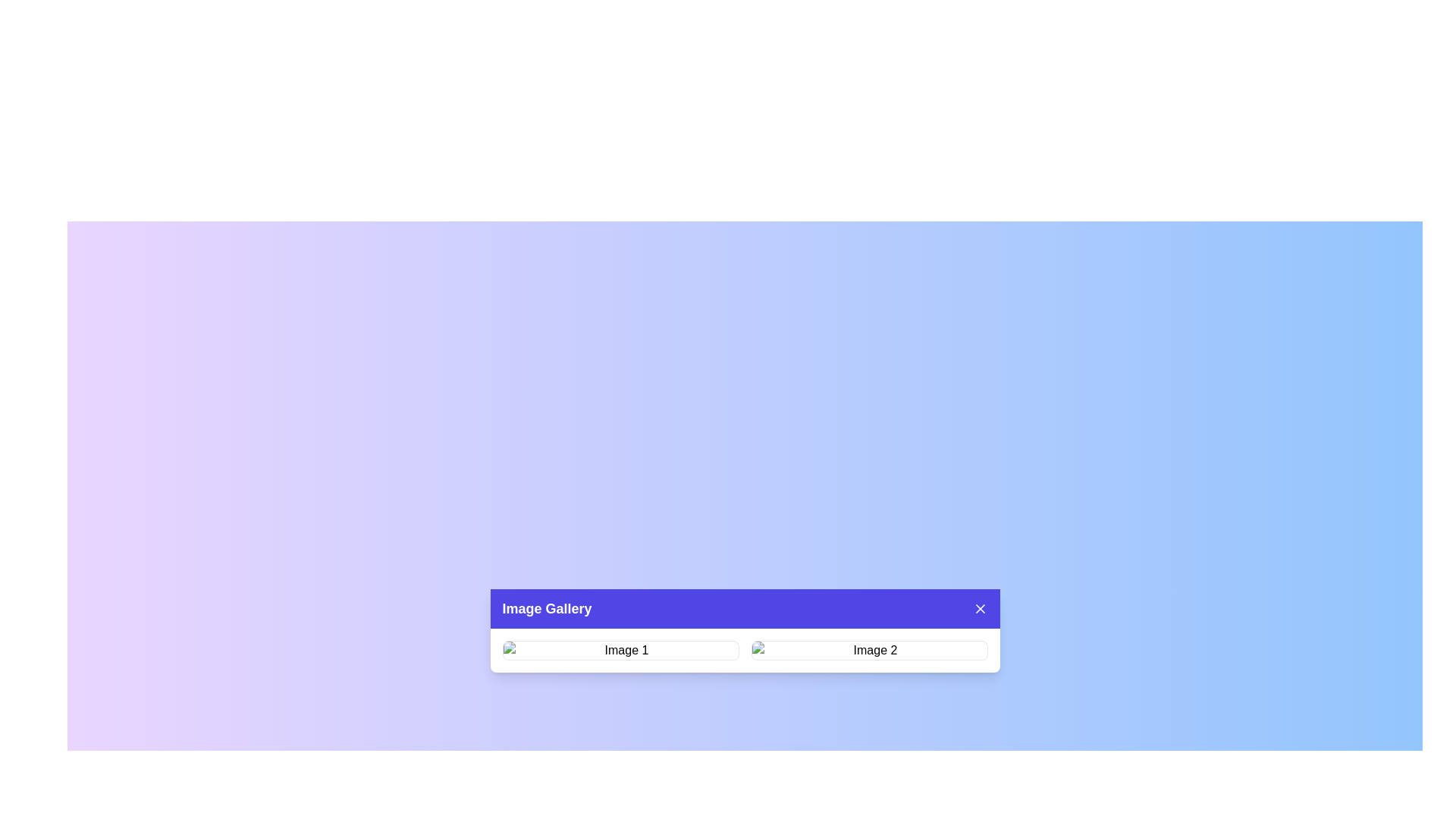 The height and width of the screenshot is (819, 1456). I want to click on the image labeled Image 1 to observe its hover effect, so click(620, 649).